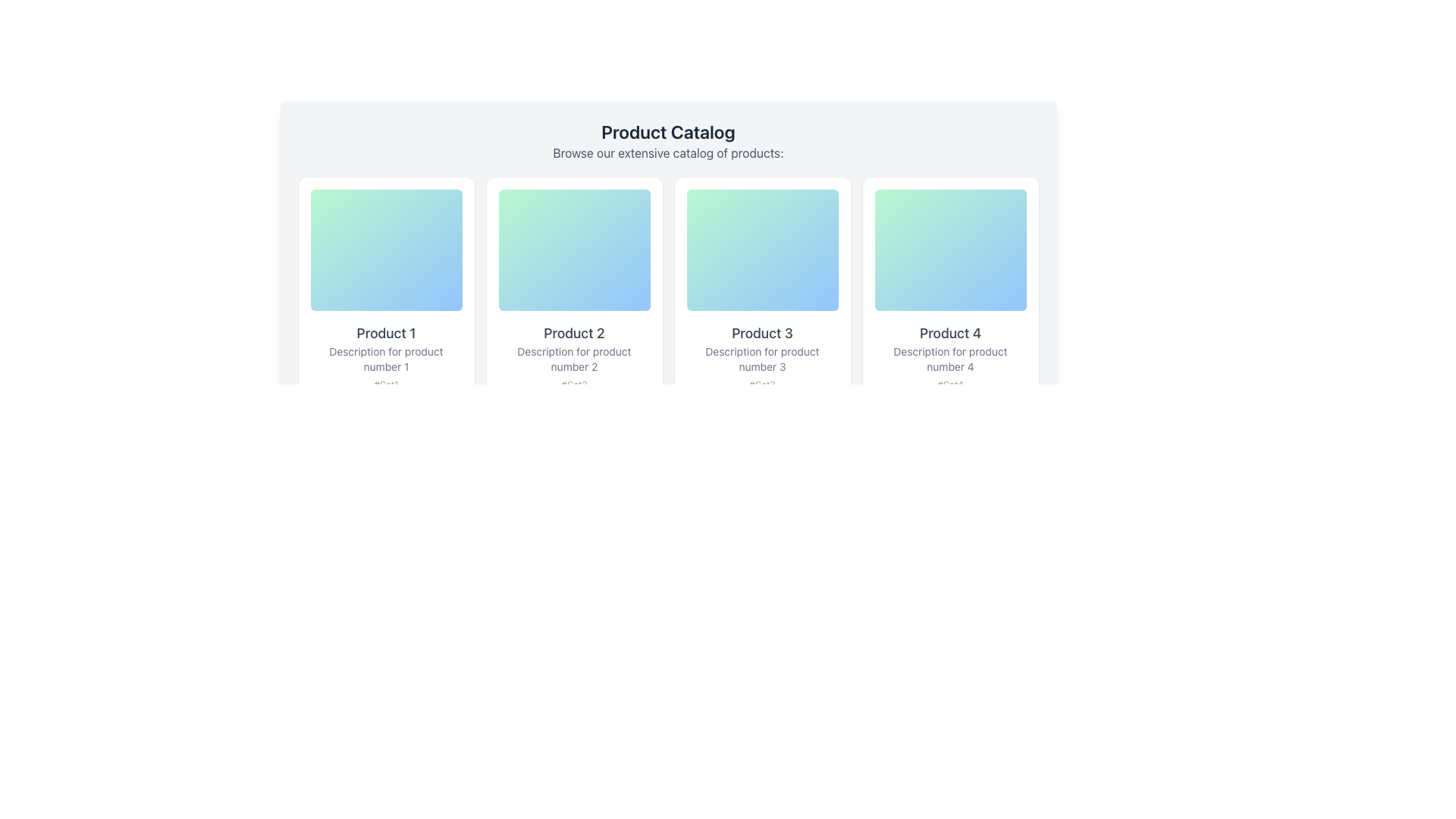  Describe the element at coordinates (762, 359) in the screenshot. I see `the descriptive text element providing additional information about 'Product 3', located under the heading 'Product 3' within its card` at that location.